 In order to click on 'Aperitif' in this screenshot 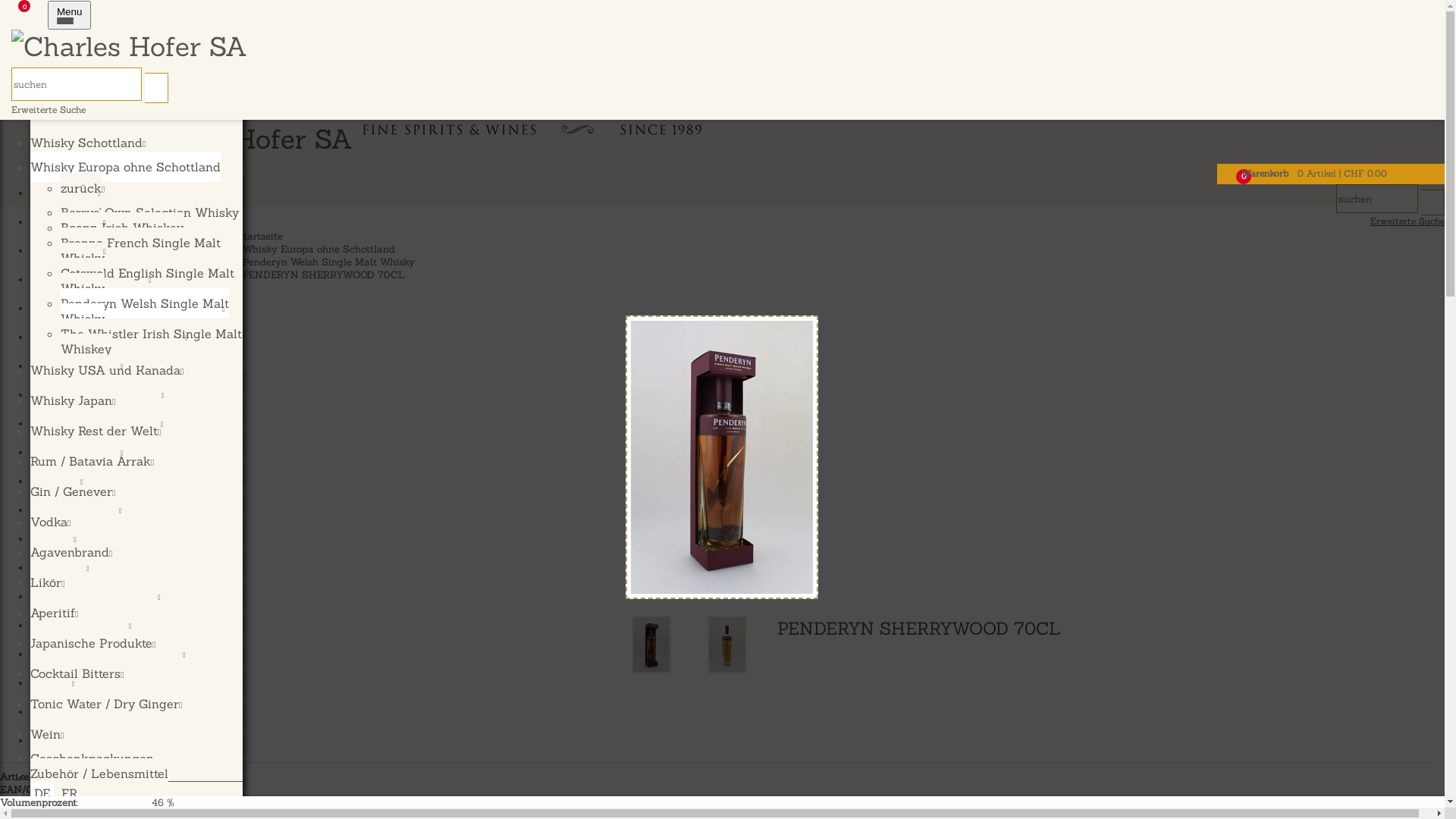, I will do `click(54, 611)`.